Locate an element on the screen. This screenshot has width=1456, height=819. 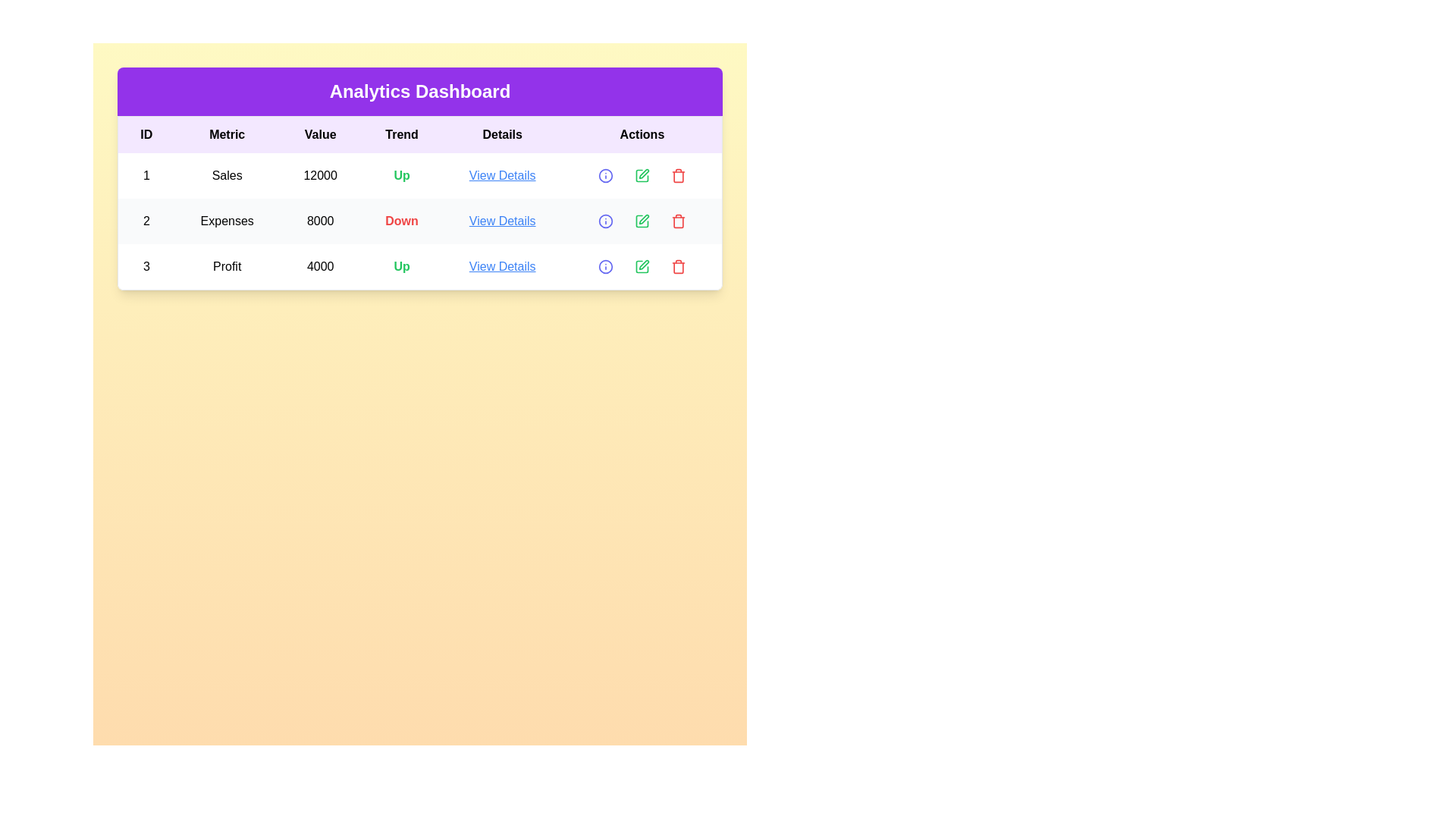
the edit icon button located in the 'Actions' column of the second row in the metrics table is located at coordinates (642, 174).